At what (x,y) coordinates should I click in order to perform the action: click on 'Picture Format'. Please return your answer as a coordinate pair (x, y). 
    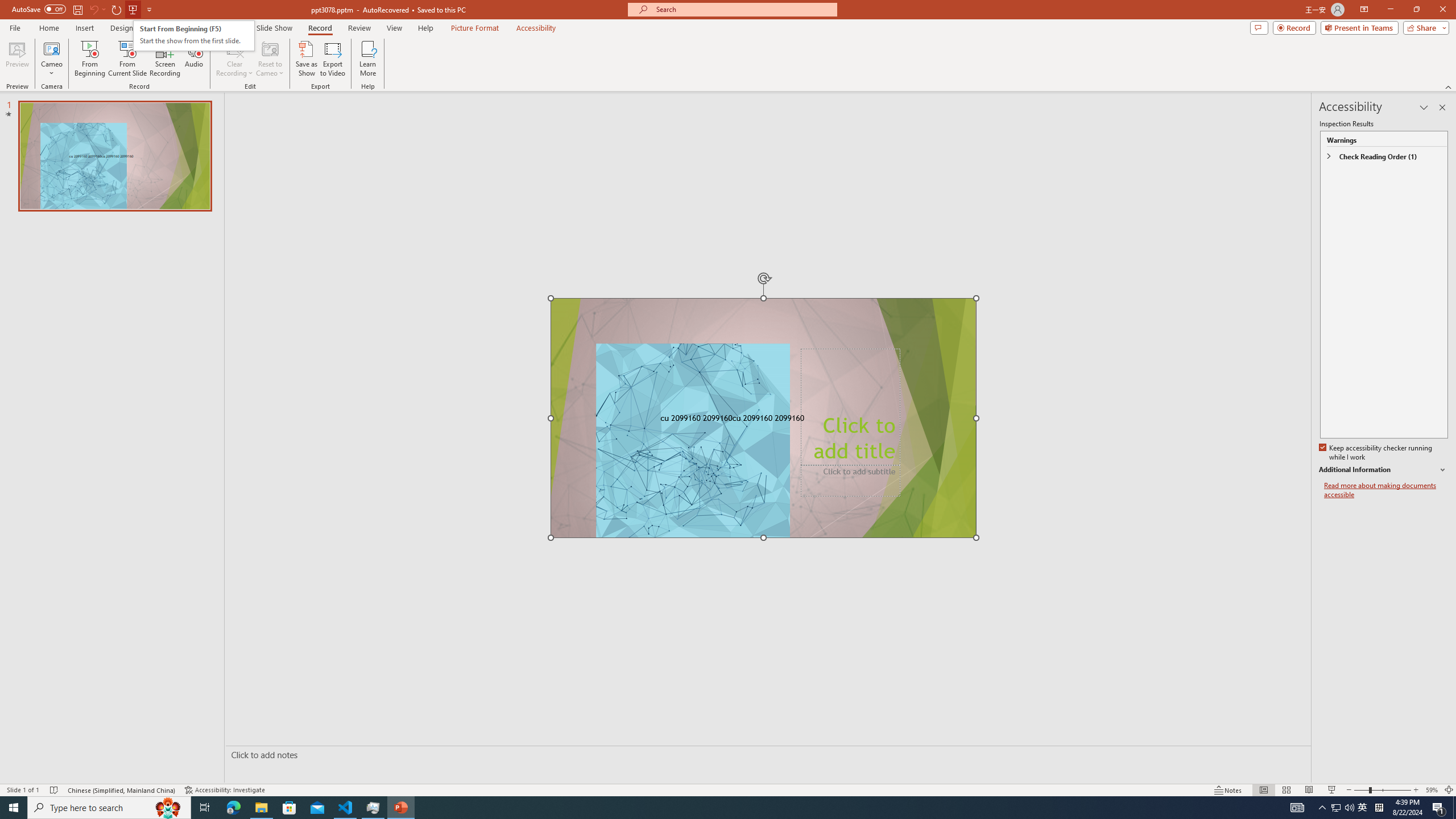
    Looking at the image, I should click on (475, 28).